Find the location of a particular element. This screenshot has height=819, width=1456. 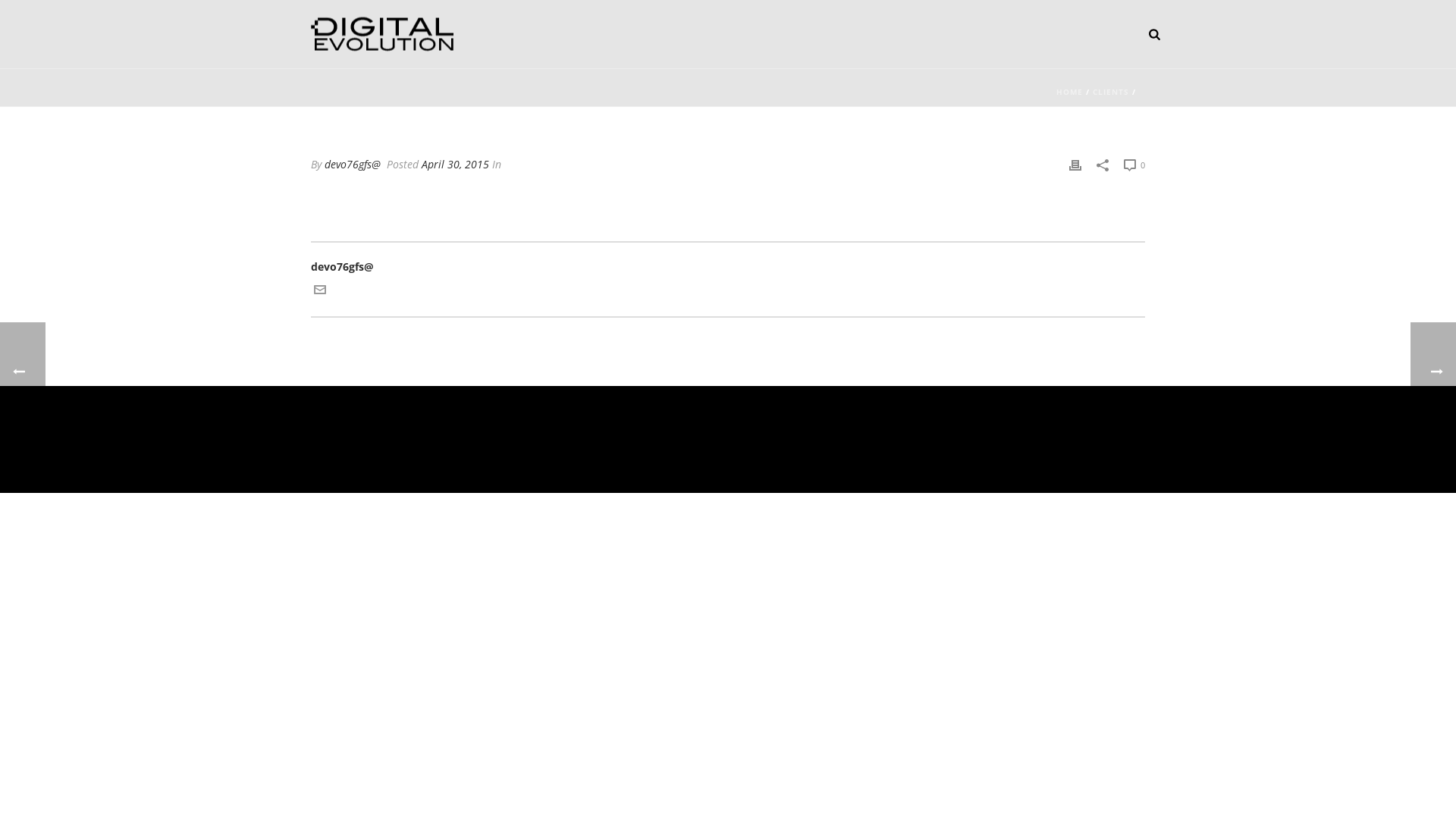

'Get in touch with me via email' is located at coordinates (319, 291).